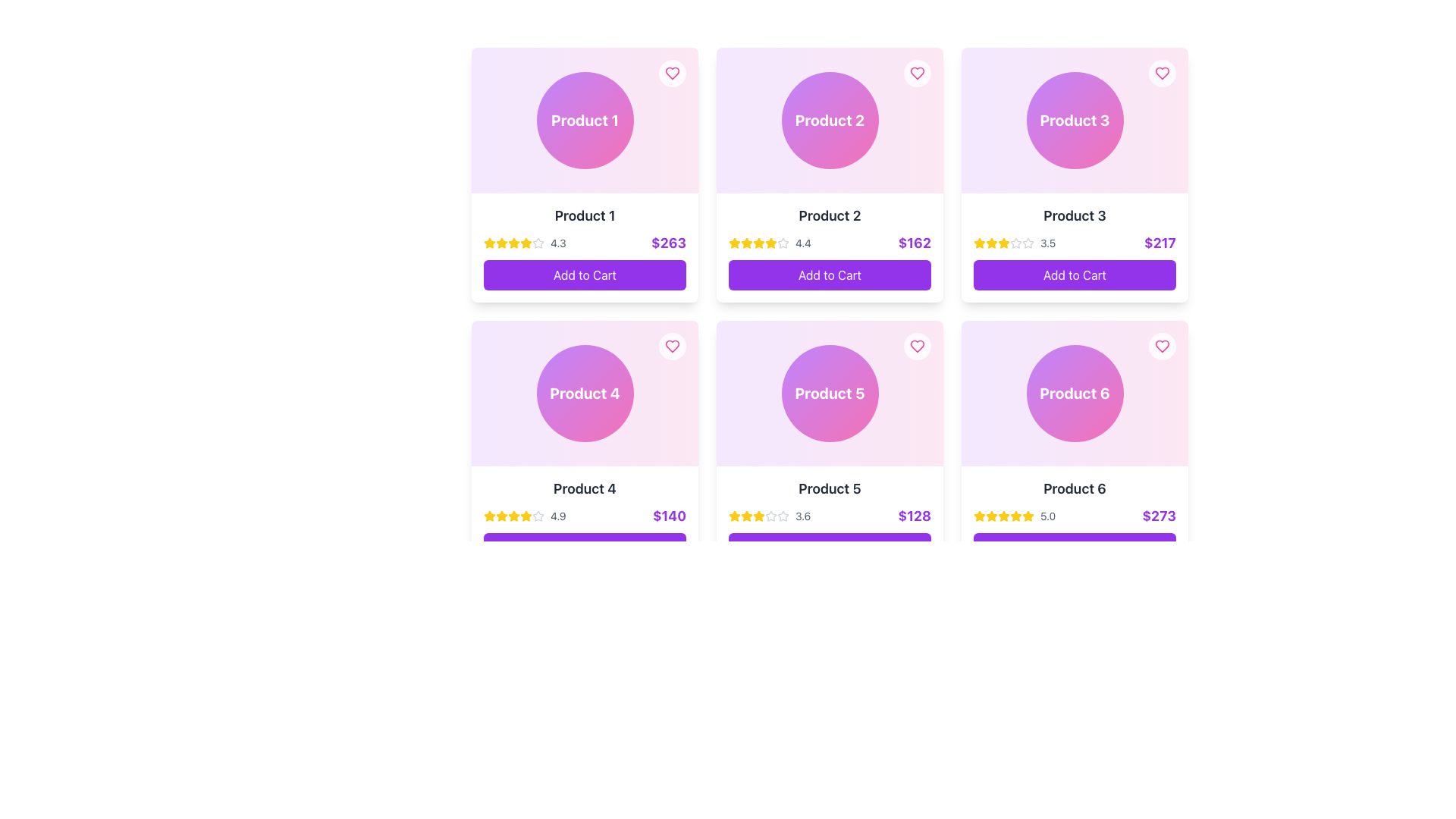 The height and width of the screenshot is (819, 1456). What do you see at coordinates (672, 73) in the screenshot?
I see `the heart-shaped icon at the top-right corner of the first card` at bounding box center [672, 73].